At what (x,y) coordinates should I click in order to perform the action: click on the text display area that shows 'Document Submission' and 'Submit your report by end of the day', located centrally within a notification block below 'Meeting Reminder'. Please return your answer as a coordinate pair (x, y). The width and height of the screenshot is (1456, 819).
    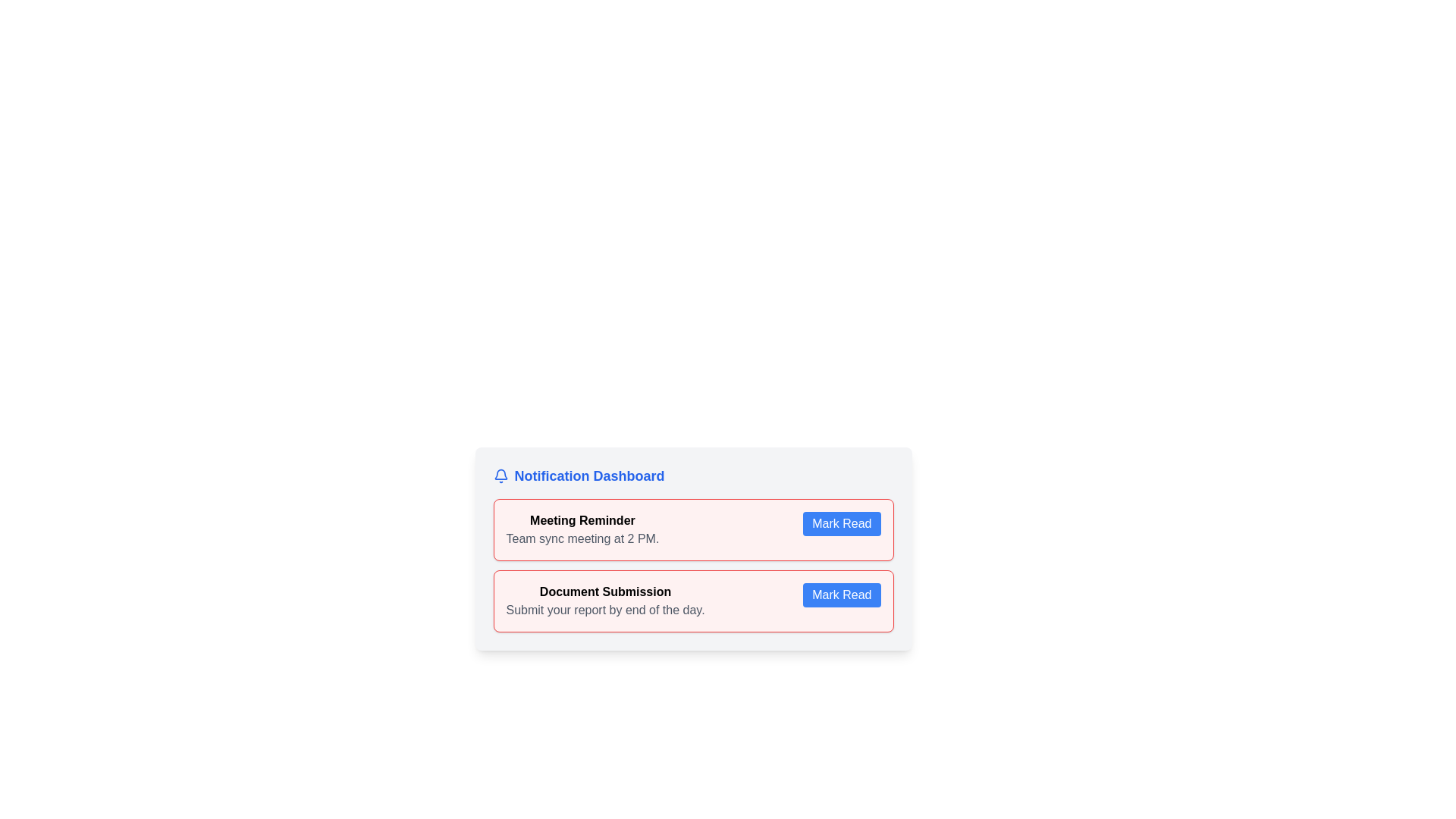
    Looking at the image, I should click on (604, 601).